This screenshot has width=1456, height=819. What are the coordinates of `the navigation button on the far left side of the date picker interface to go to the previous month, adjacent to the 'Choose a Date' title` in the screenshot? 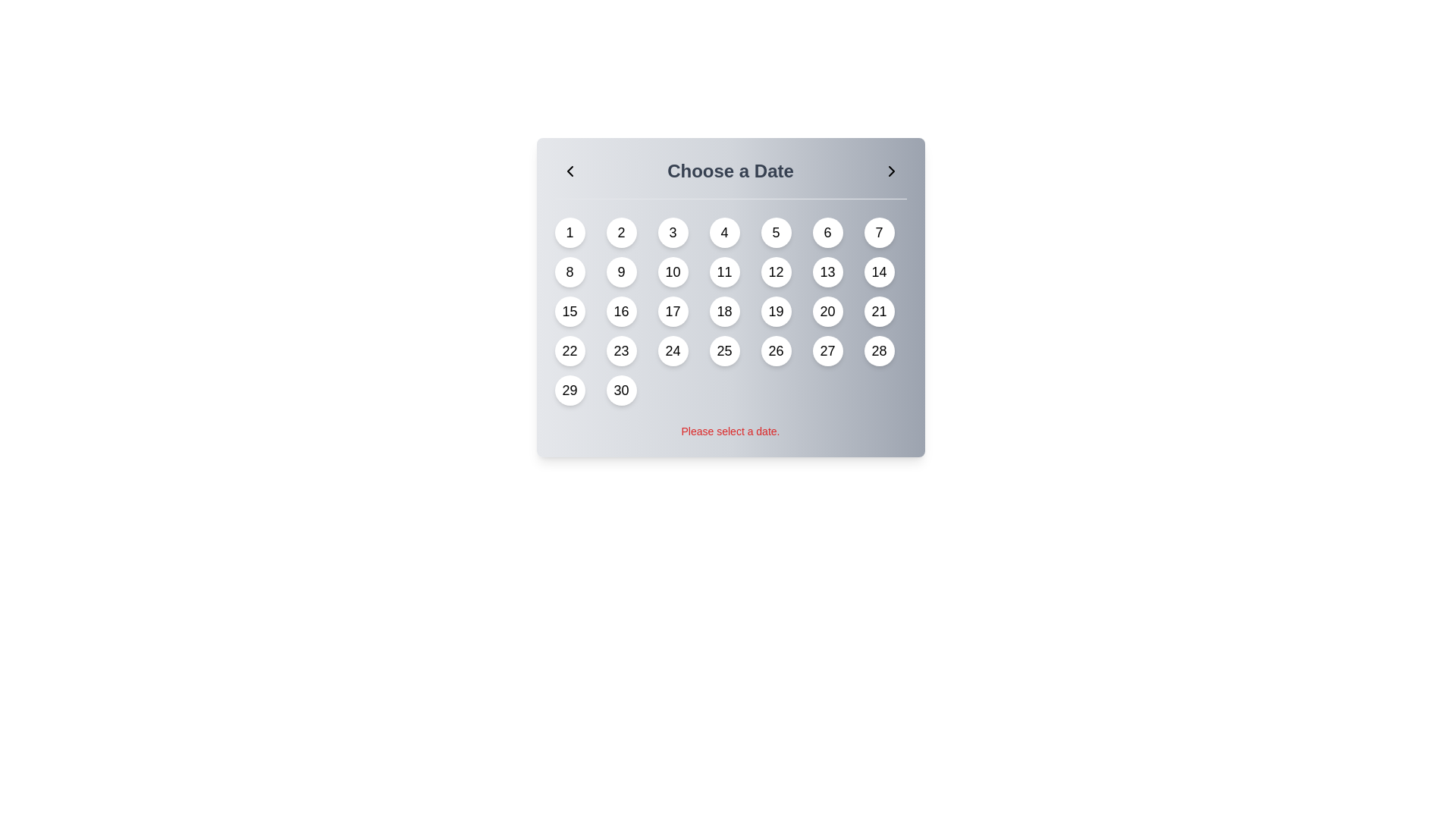 It's located at (569, 171).